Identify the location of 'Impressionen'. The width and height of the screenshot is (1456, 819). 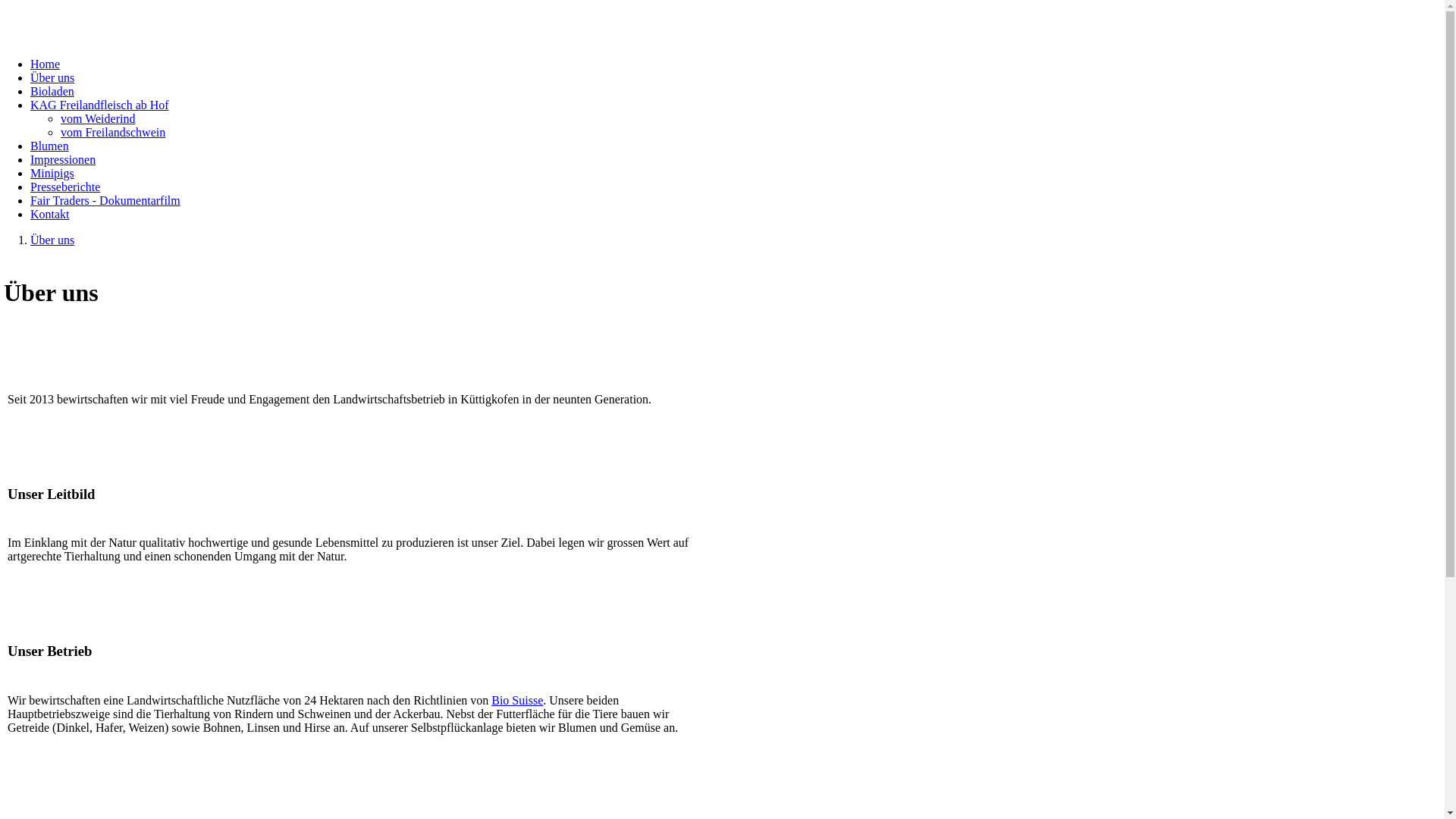
(61, 159).